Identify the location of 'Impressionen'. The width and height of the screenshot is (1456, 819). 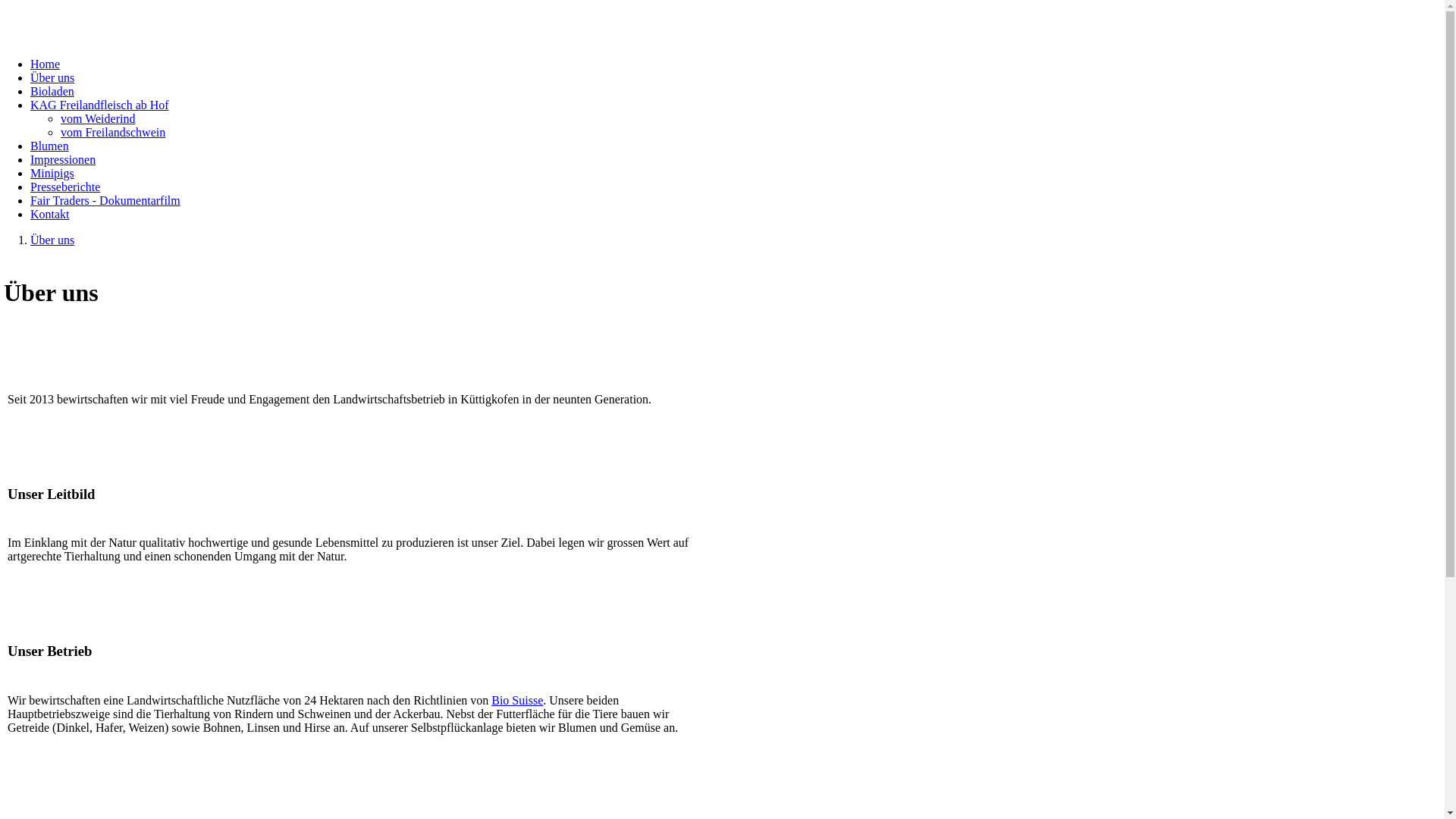
(61, 159).